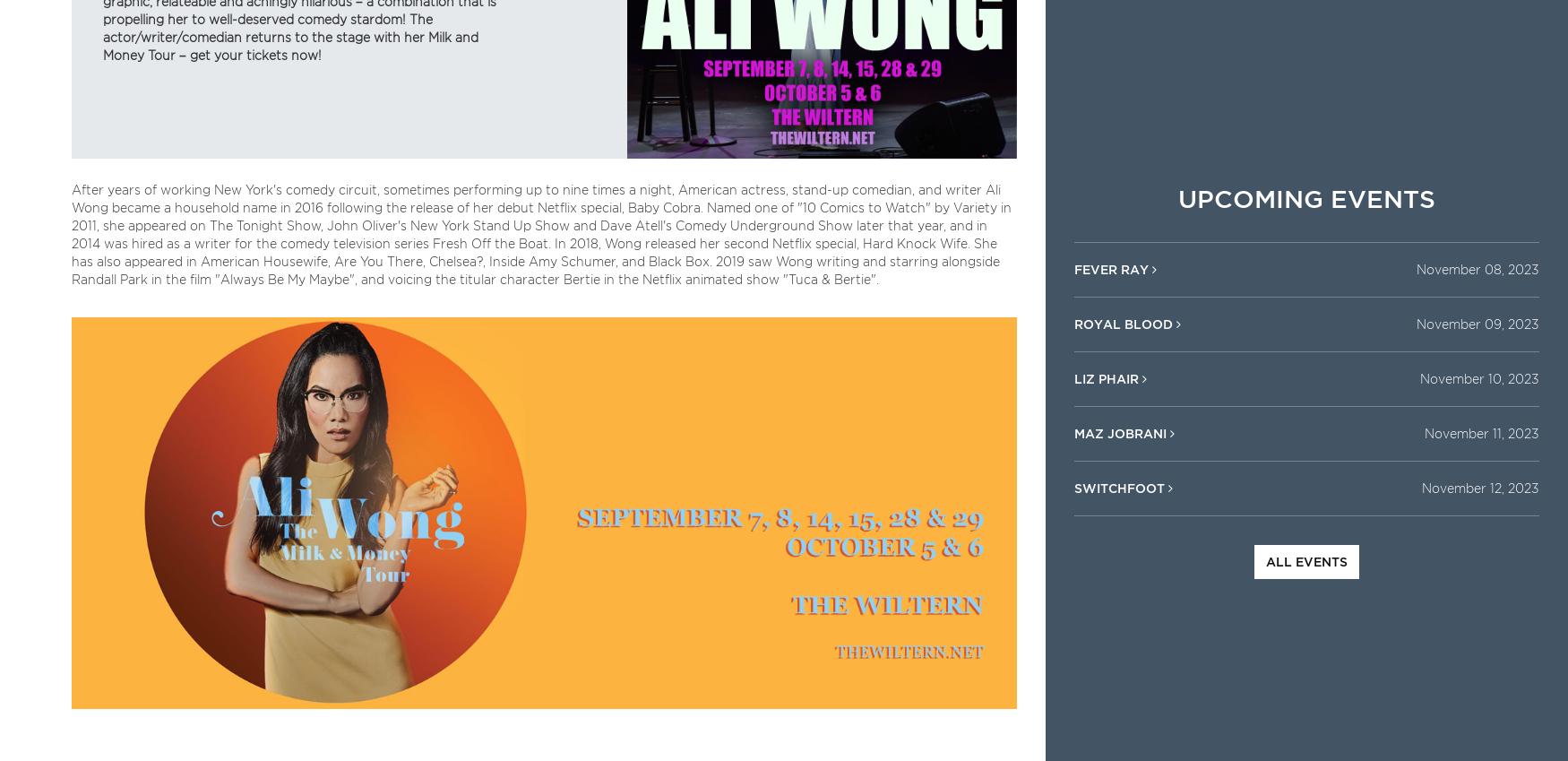 This screenshot has height=761, width=1568. Describe the element at coordinates (1305, 197) in the screenshot. I see `'Upcoming Events'` at that location.